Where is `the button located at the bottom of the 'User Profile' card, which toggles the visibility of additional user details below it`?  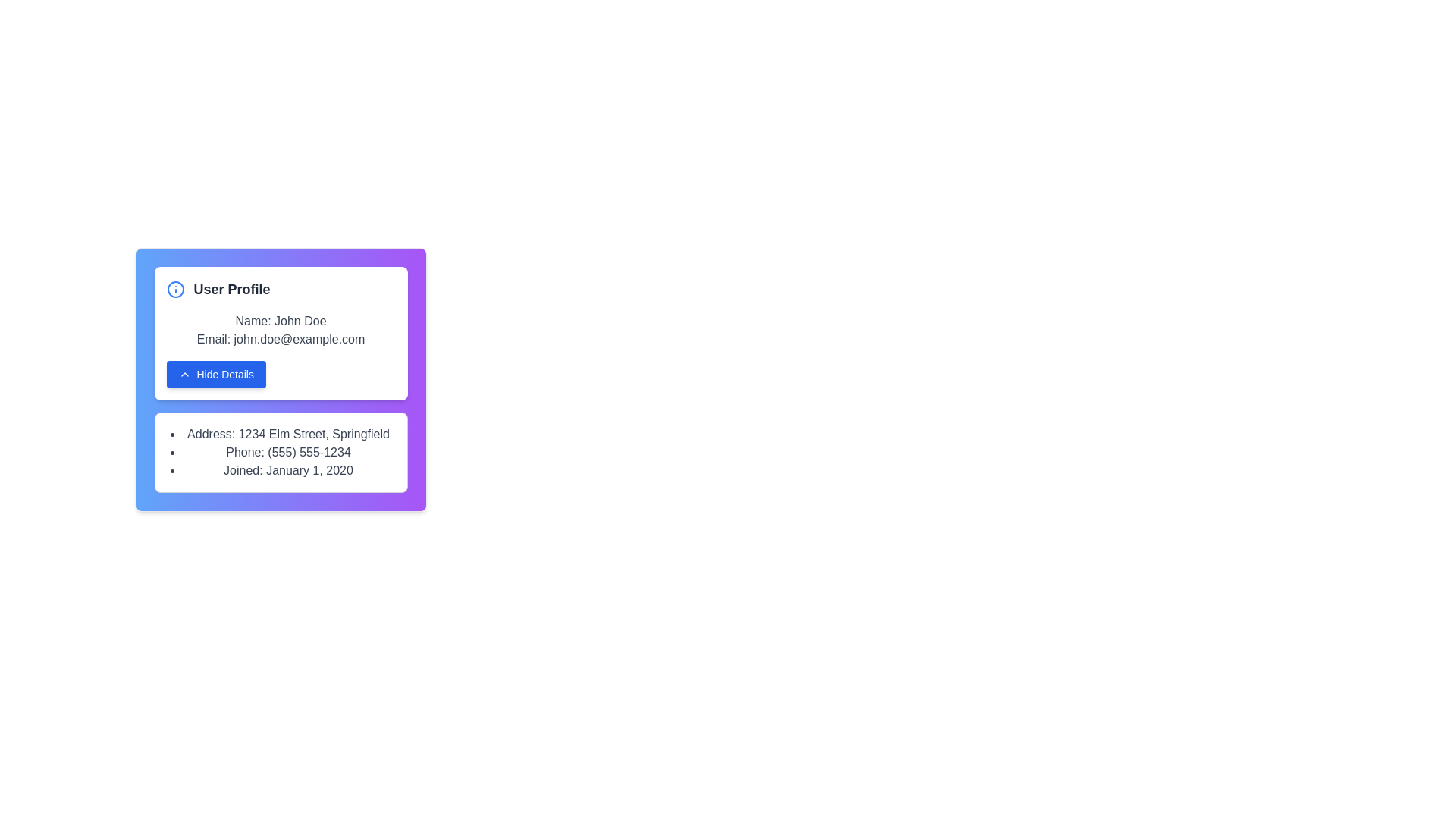 the button located at the bottom of the 'User Profile' card, which toggles the visibility of additional user details below it is located at coordinates (215, 374).